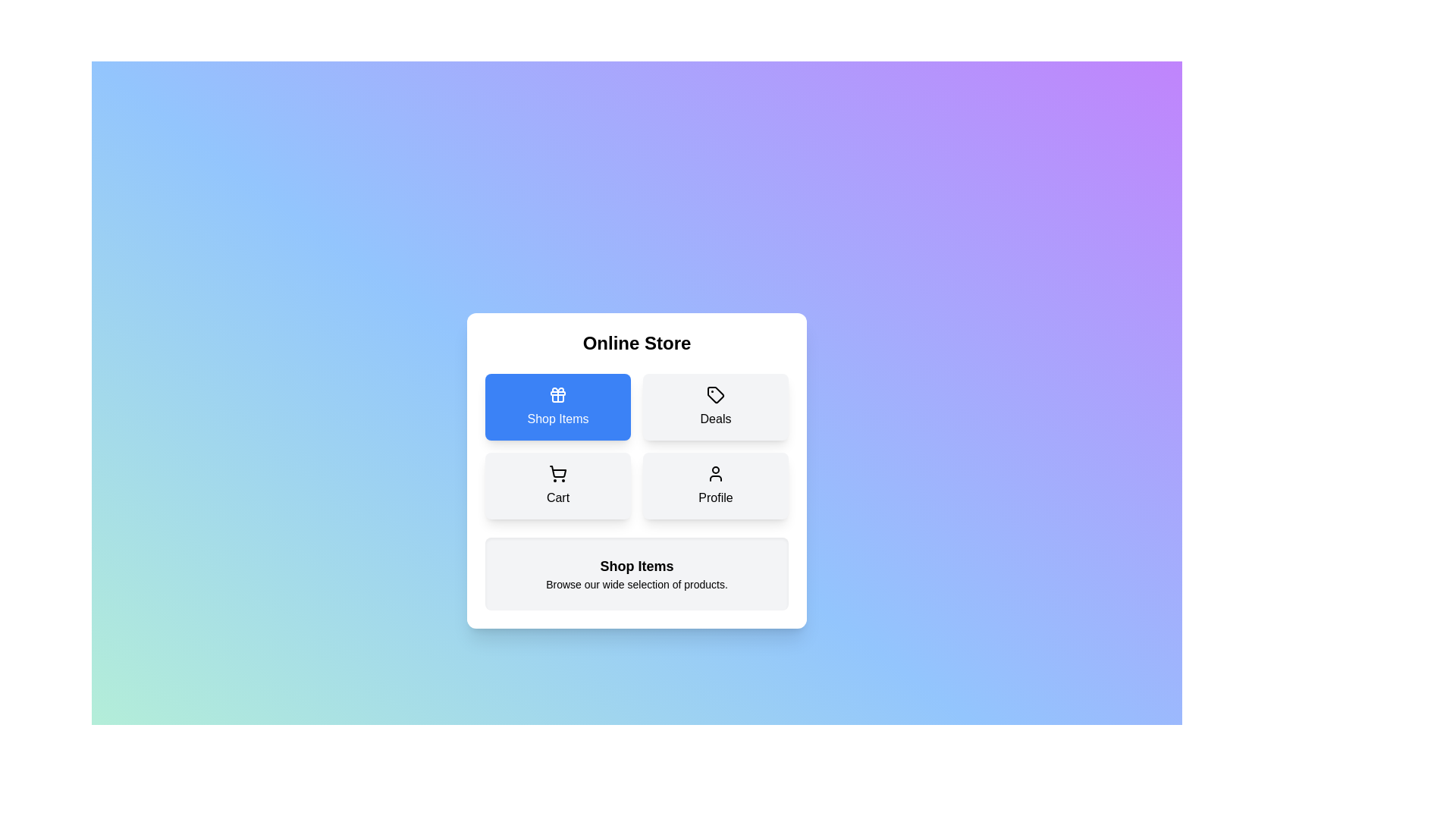 The width and height of the screenshot is (1456, 819). Describe the element at coordinates (715, 485) in the screenshot. I see `the Profile button to observe its hover effect` at that location.